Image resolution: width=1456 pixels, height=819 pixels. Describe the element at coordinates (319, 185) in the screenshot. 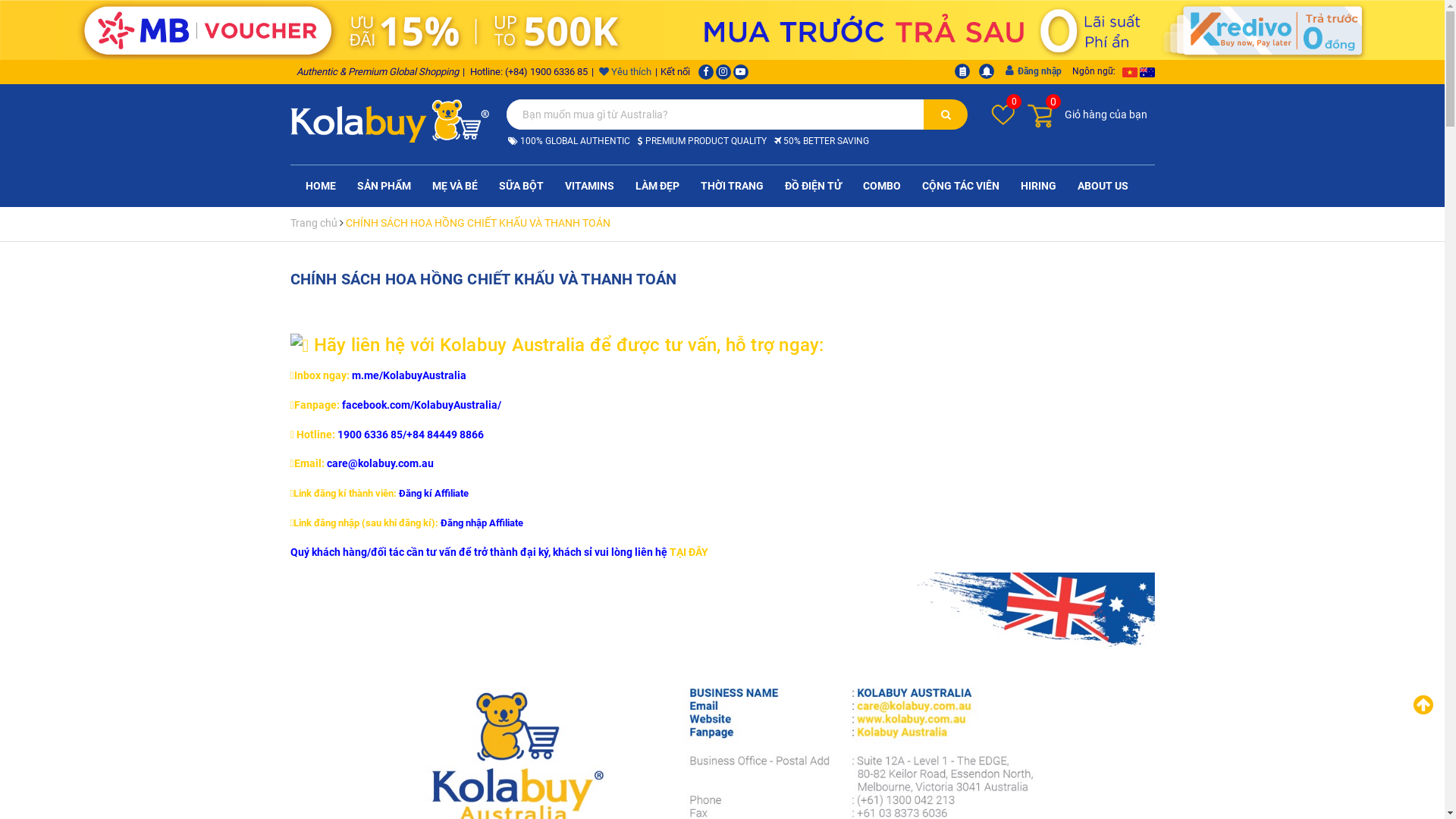

I see `'HOME'` at that location.